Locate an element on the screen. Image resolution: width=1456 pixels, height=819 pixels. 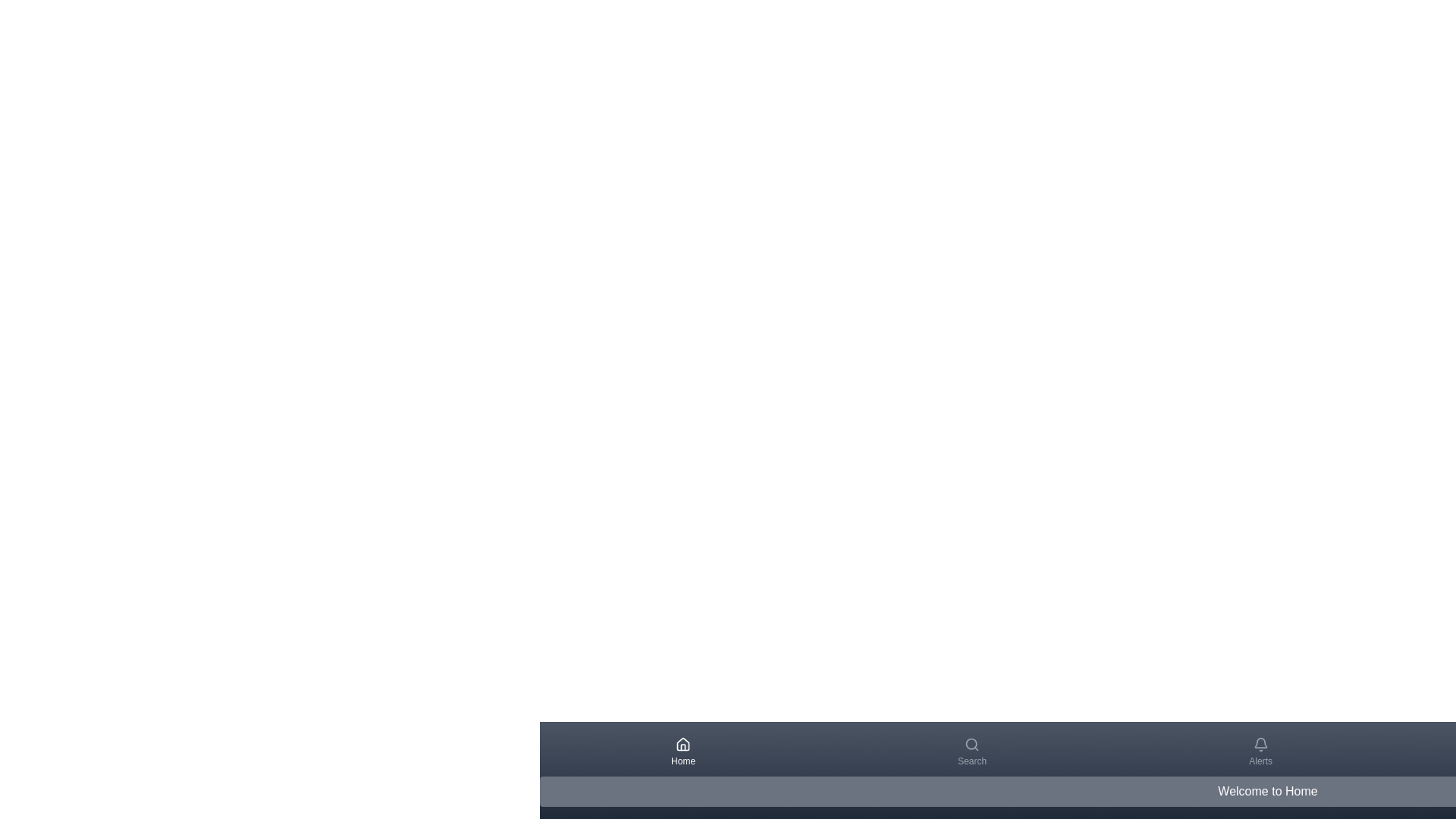
the Search tab to navigate to its section is located at coordinates (971, 752).